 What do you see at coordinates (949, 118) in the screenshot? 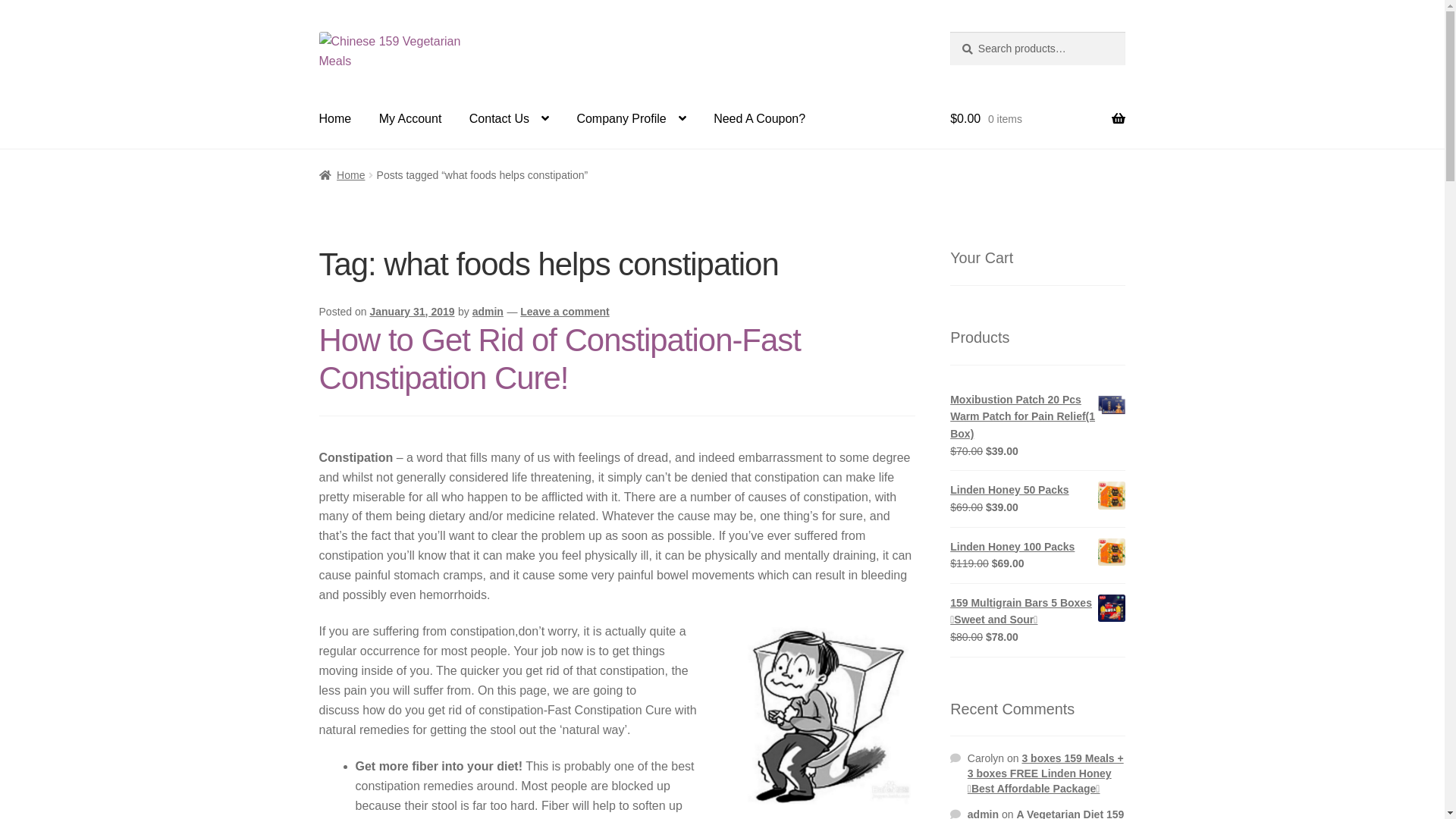
I see `'$0.00 0 items'` at bounding box center [949, 118].